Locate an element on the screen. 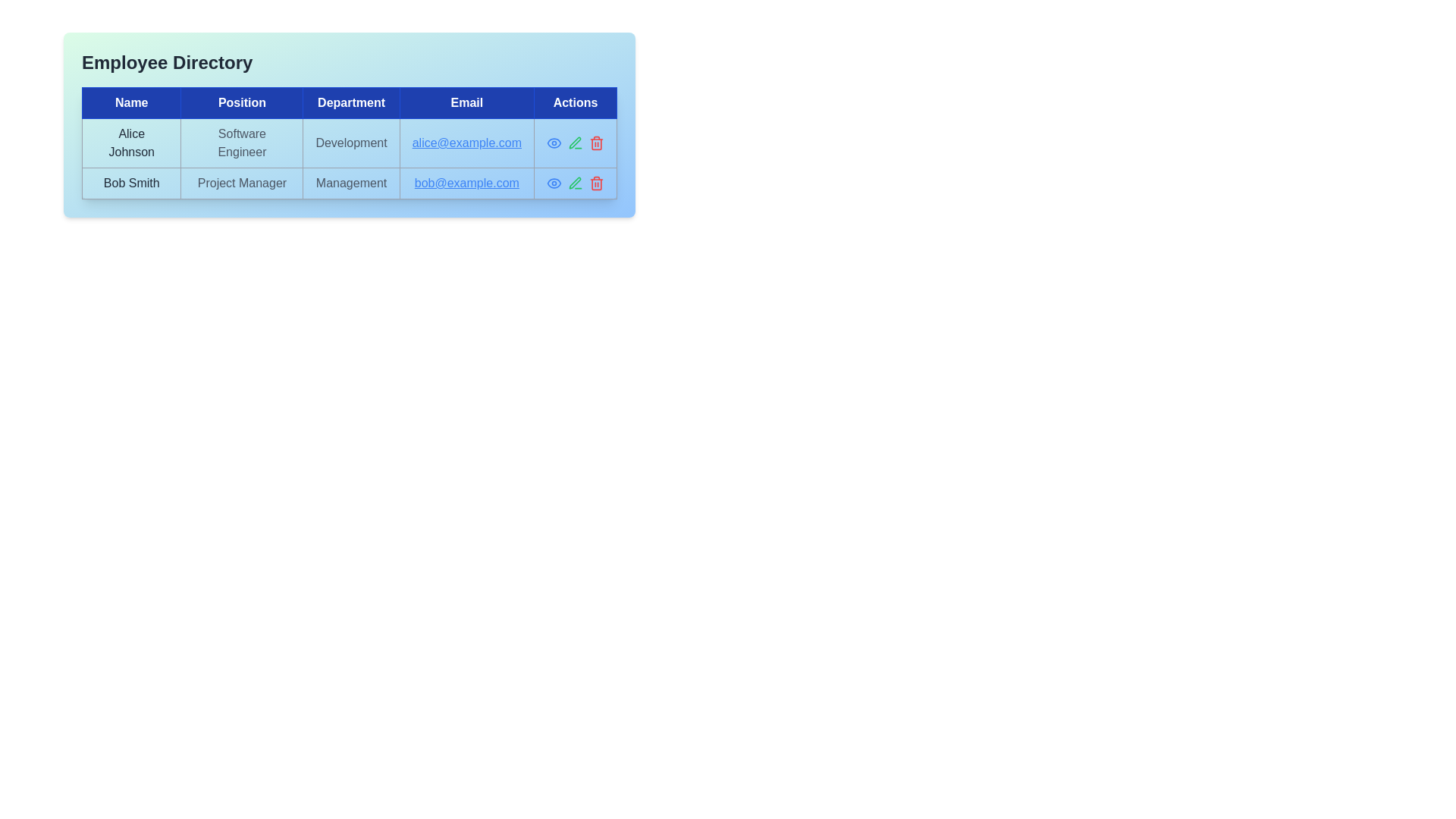 This screenshot has width=1456, height=819. the static text element displaying 'Development' inside the table cell, which is the third cell in the first row under the 'Department' header is located at coordinates (350, 143).